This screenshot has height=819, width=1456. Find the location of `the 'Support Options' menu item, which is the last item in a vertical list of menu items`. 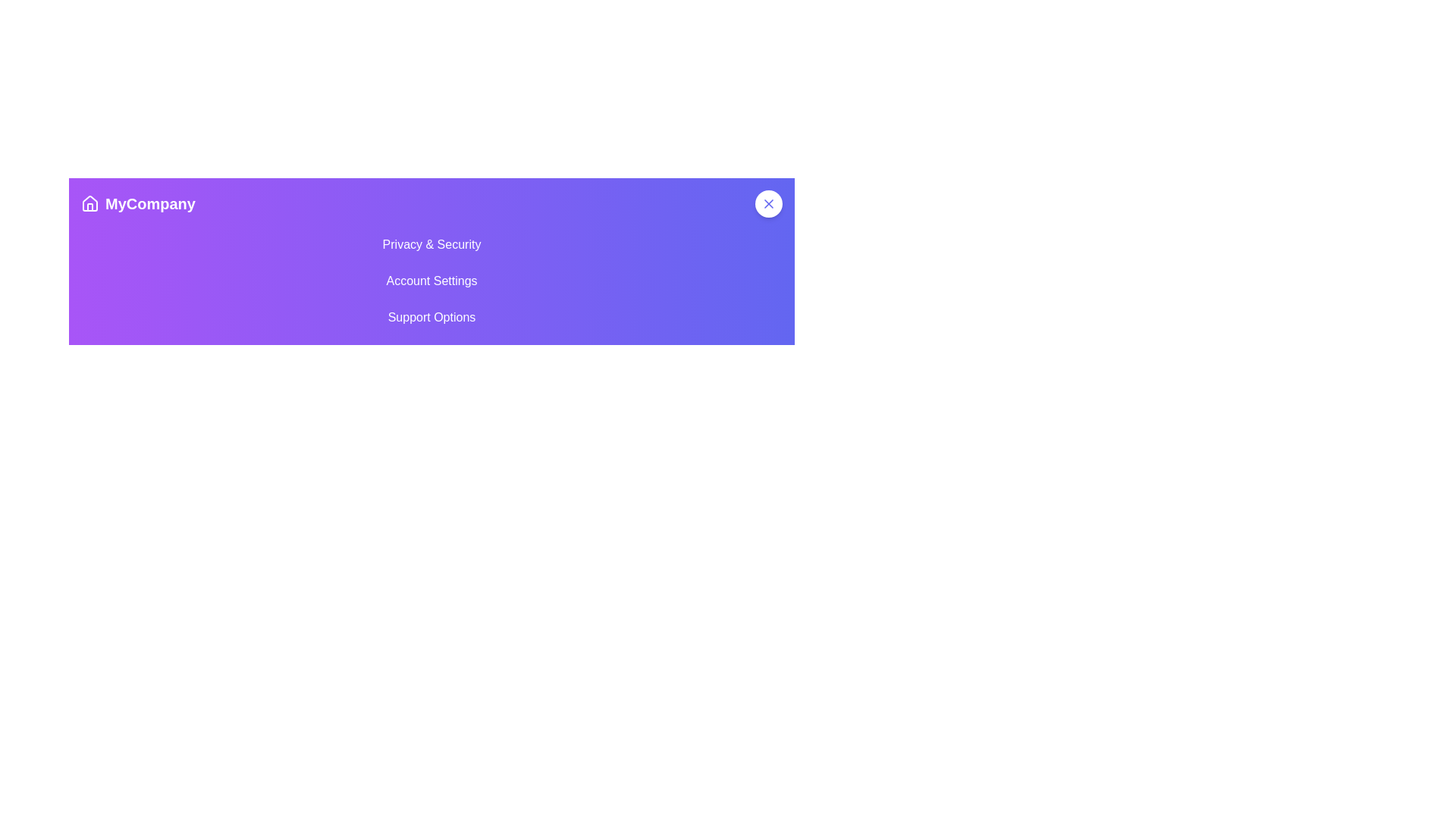

the 'Support Options' menu item, which is the last item in a vertical list of menu items is located at coordinates (431, 317).